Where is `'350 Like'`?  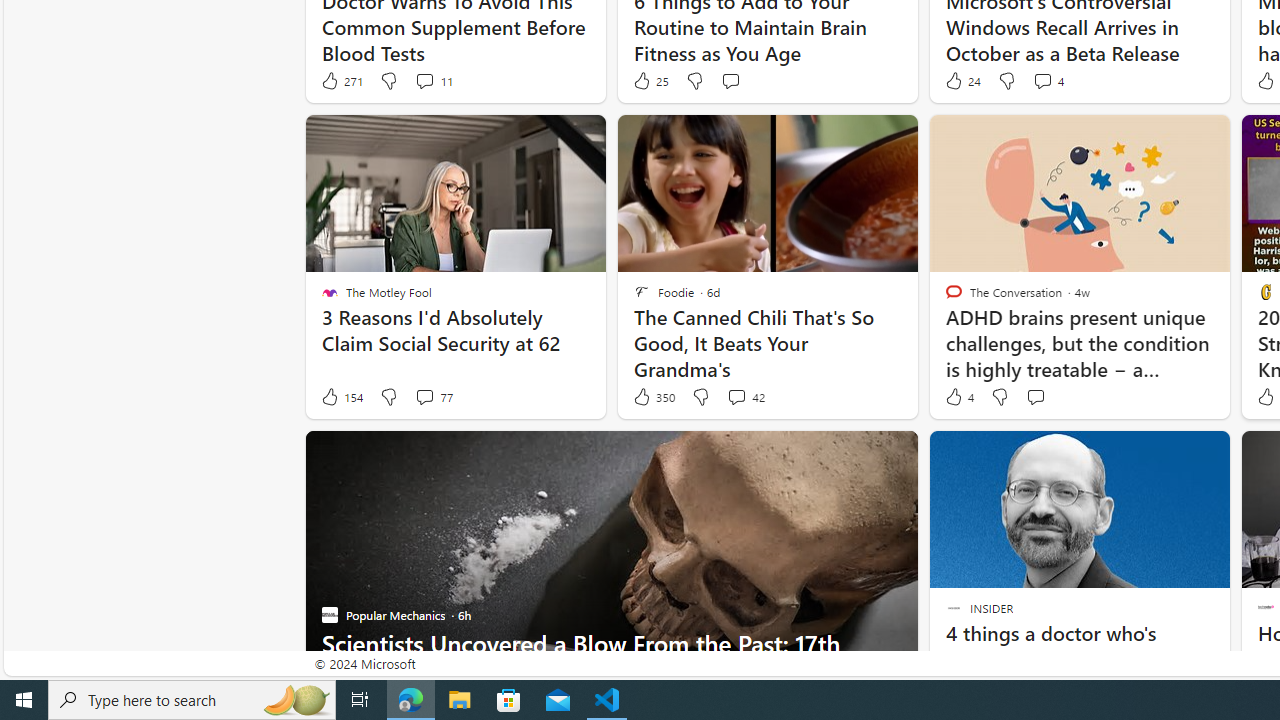 '350 Like' is located at coordinates (653, 397).